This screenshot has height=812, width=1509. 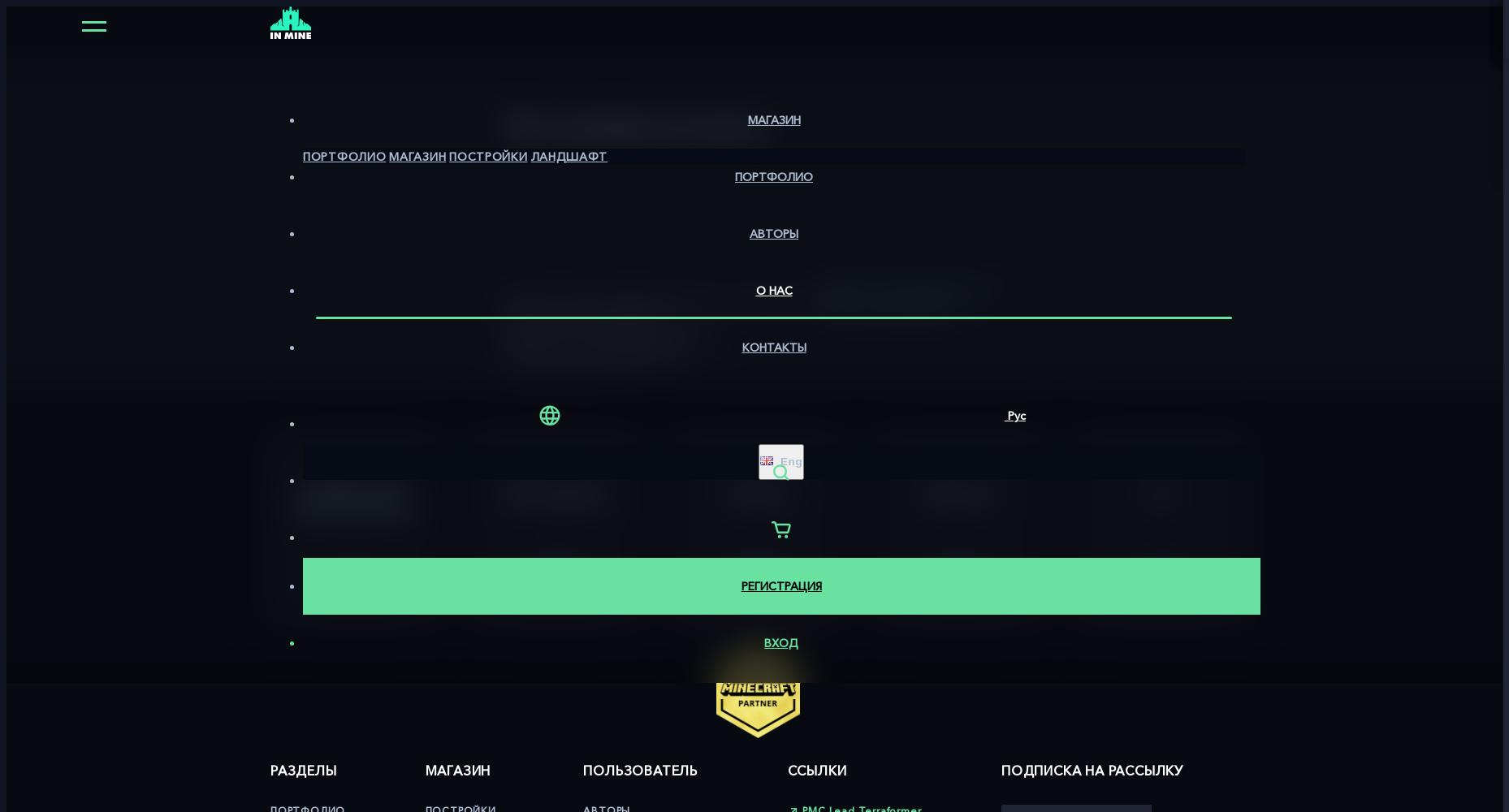 What do you see at coordinates (1160, 490) in the screenshot?
I see `'VK'` at bounding box center [1160, 490].